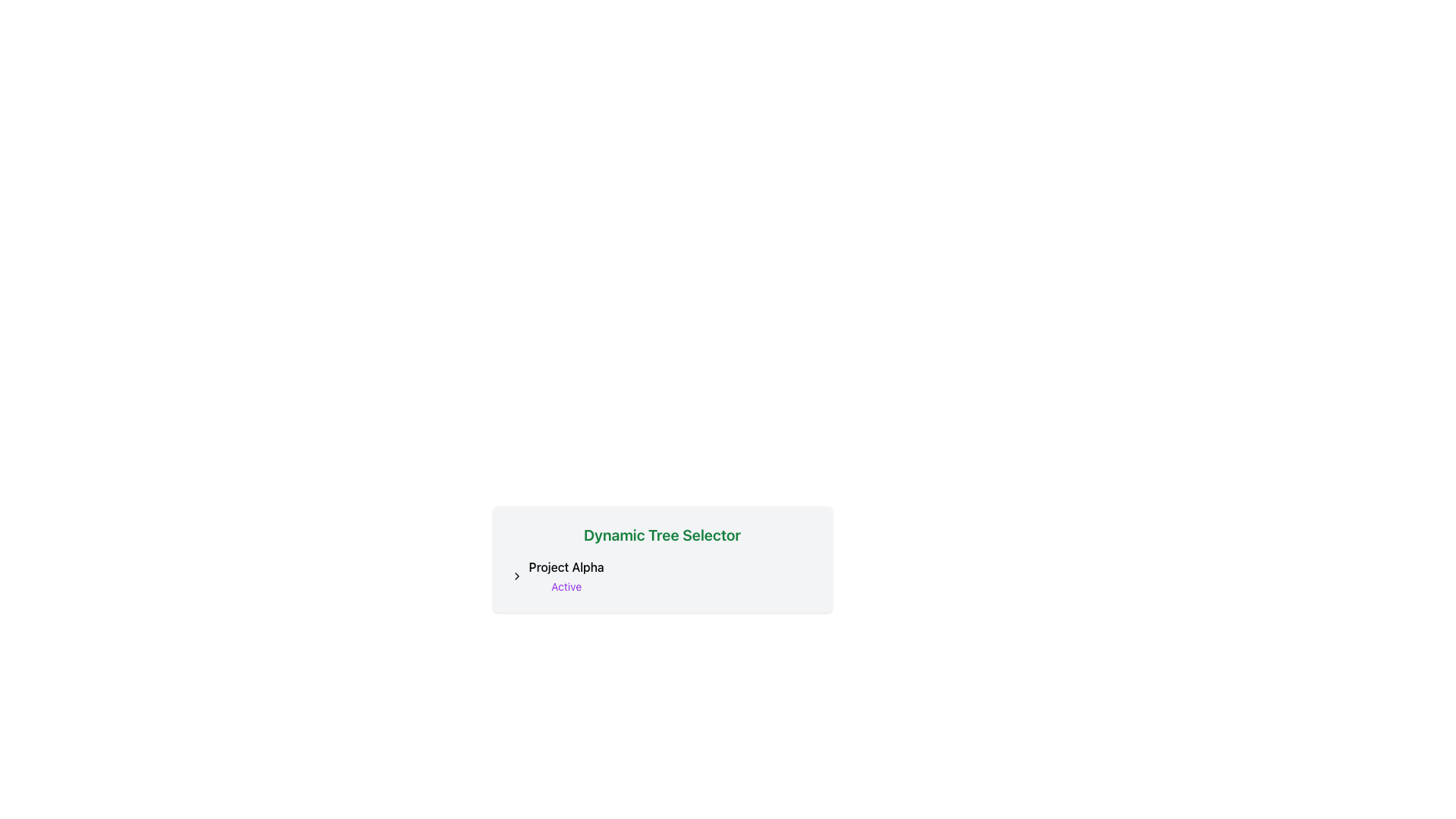 The image size is (1456, 819). Describe the element at coordinates (566, 586) in the screenshot. I see `the 'Active' status text label indicating the status of the 'Project Alpha' node in the Dynamic Tree Selector interface` at that location.